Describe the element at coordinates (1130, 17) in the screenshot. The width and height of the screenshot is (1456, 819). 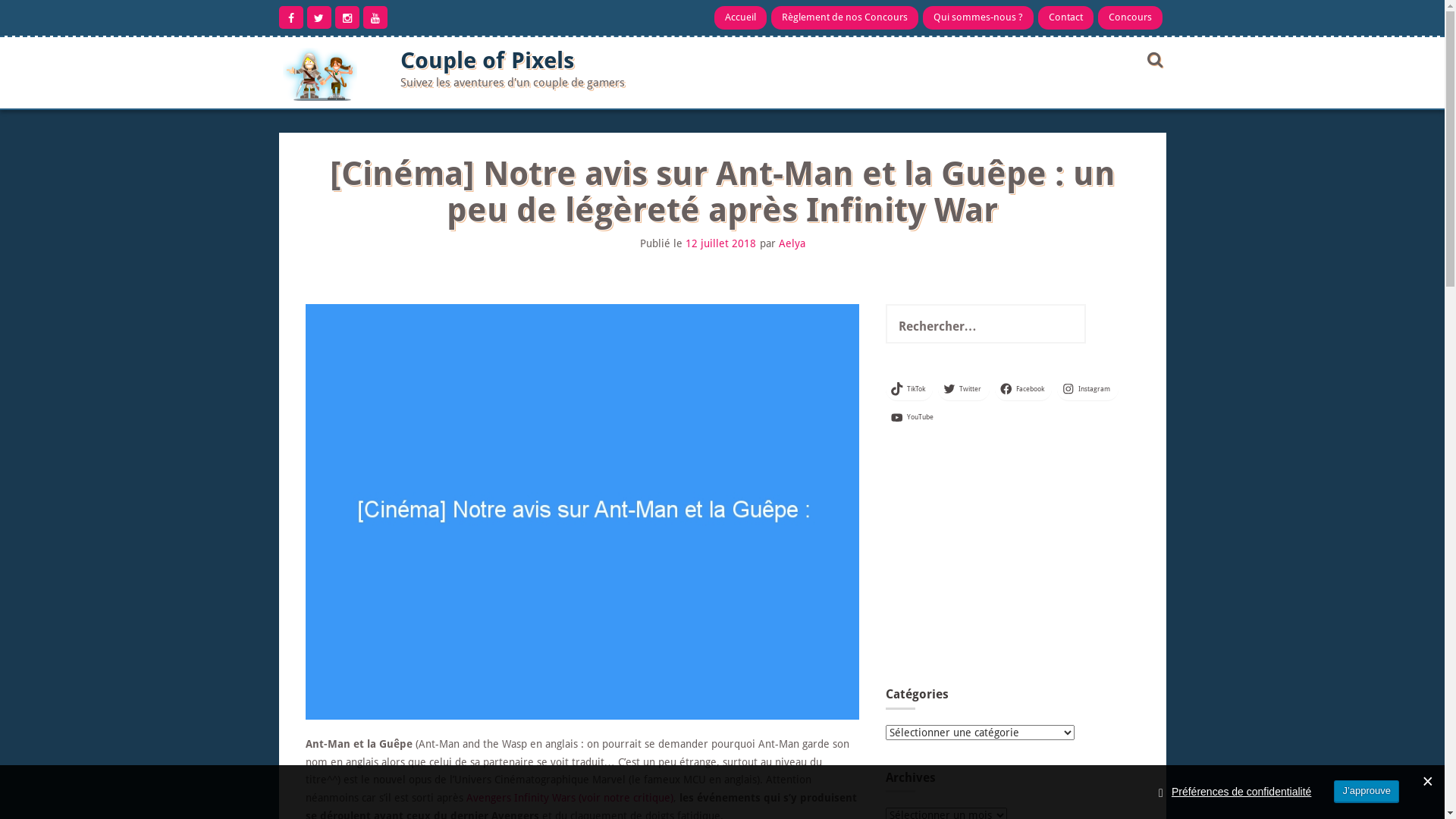
I see `'Concours'` at that location.